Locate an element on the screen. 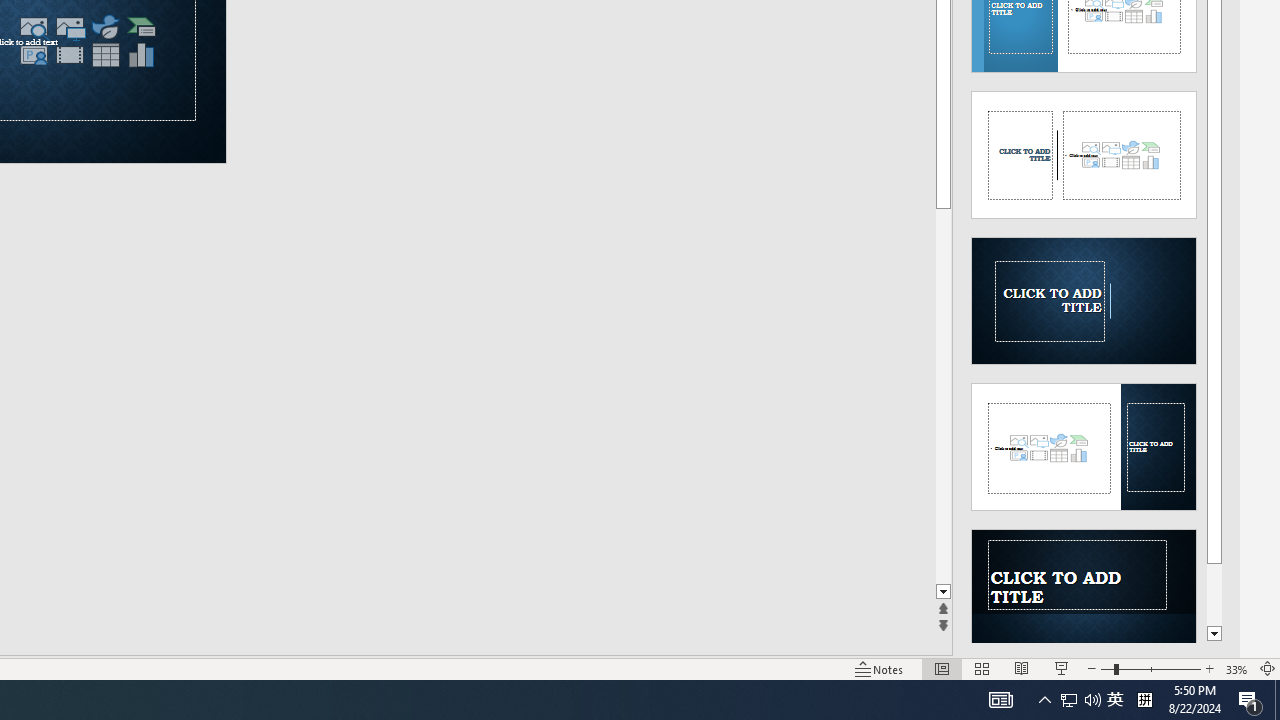  'Insert Chart' is located at coordinates (140, 54).